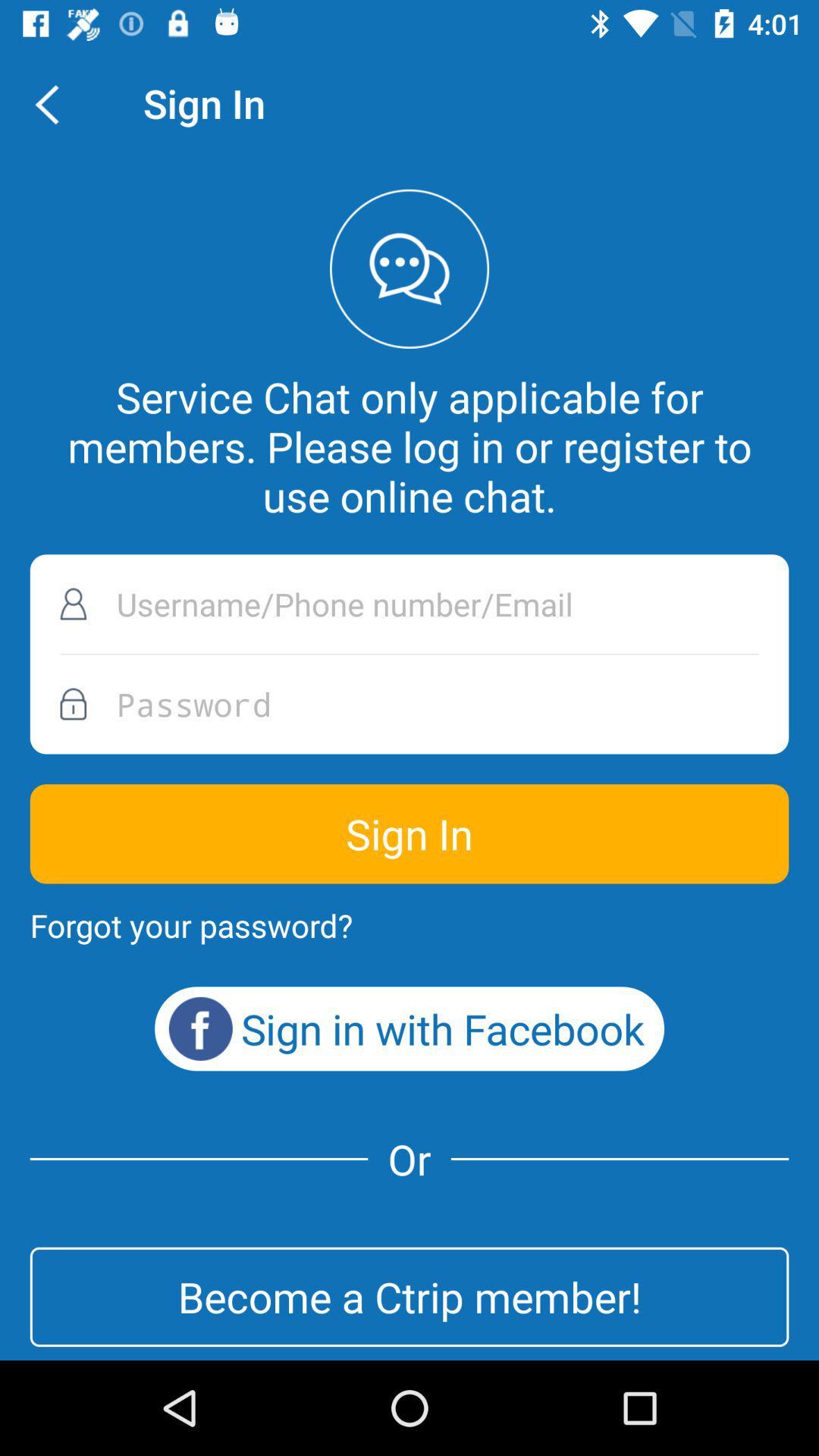 The width and height of the screenshot is (819, 1456). What do you see at coordinates (409, 603) in the screenshot?
I see `icon below service chat only item` at bounding box center [409, 603].